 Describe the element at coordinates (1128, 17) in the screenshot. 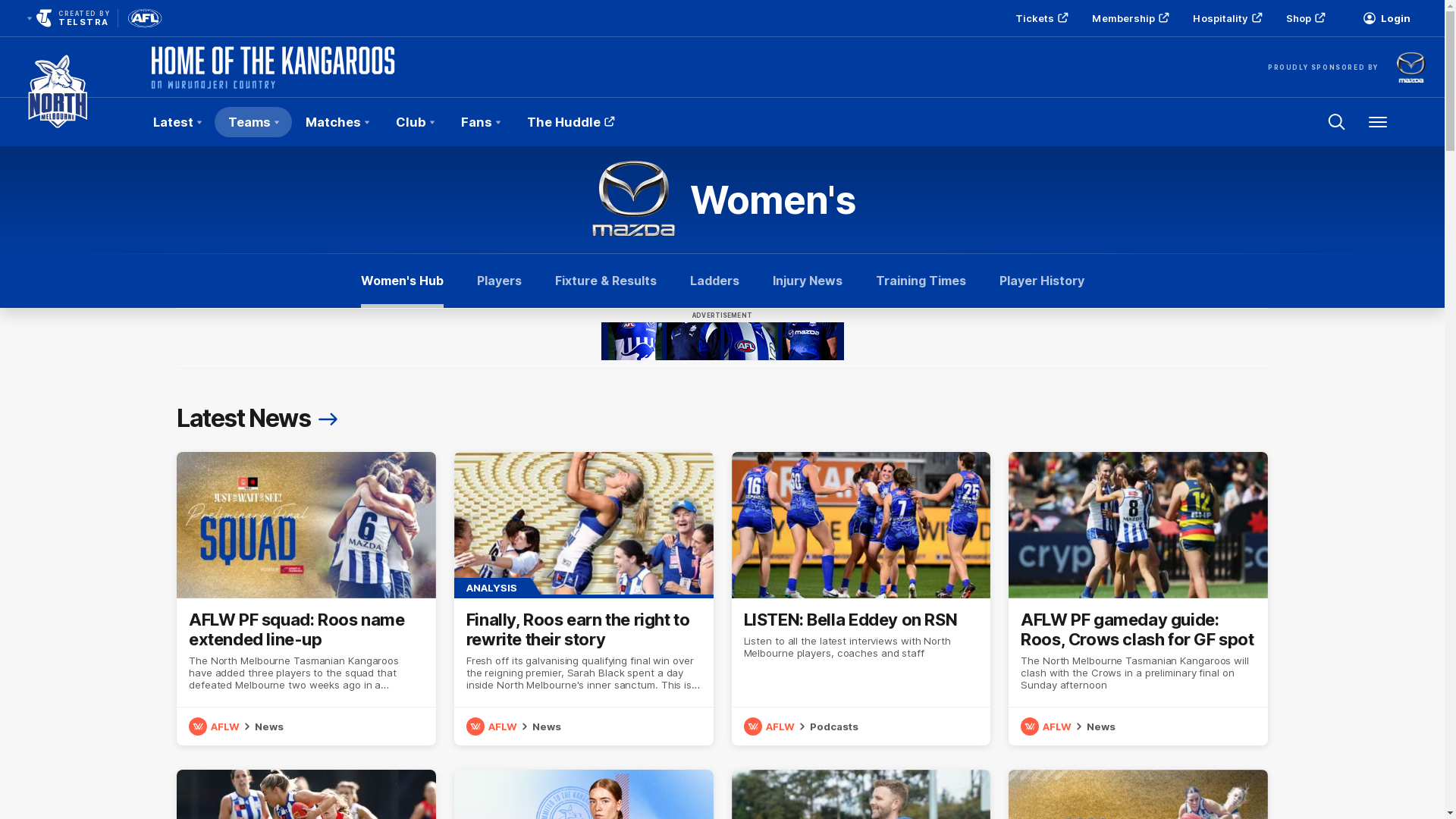

I see `'Membership'` at that location.